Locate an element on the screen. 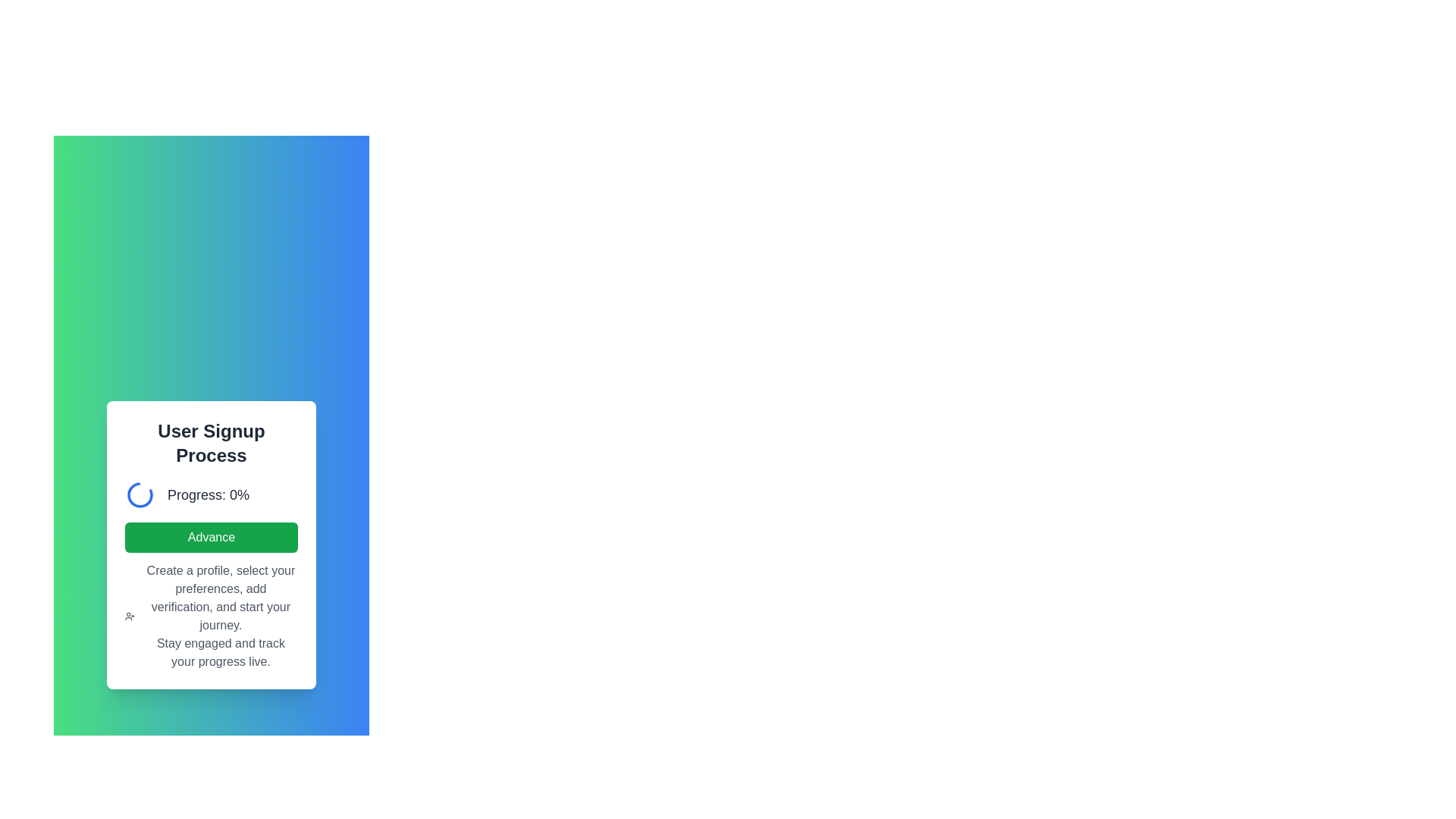 The width and height of the screenshot is (1456, 819). the circular, spinning loader icon with a blue stroke color, located to the left of the text labeled 'Progress: 0%' in the card layout is located at coordinates (140, 494).